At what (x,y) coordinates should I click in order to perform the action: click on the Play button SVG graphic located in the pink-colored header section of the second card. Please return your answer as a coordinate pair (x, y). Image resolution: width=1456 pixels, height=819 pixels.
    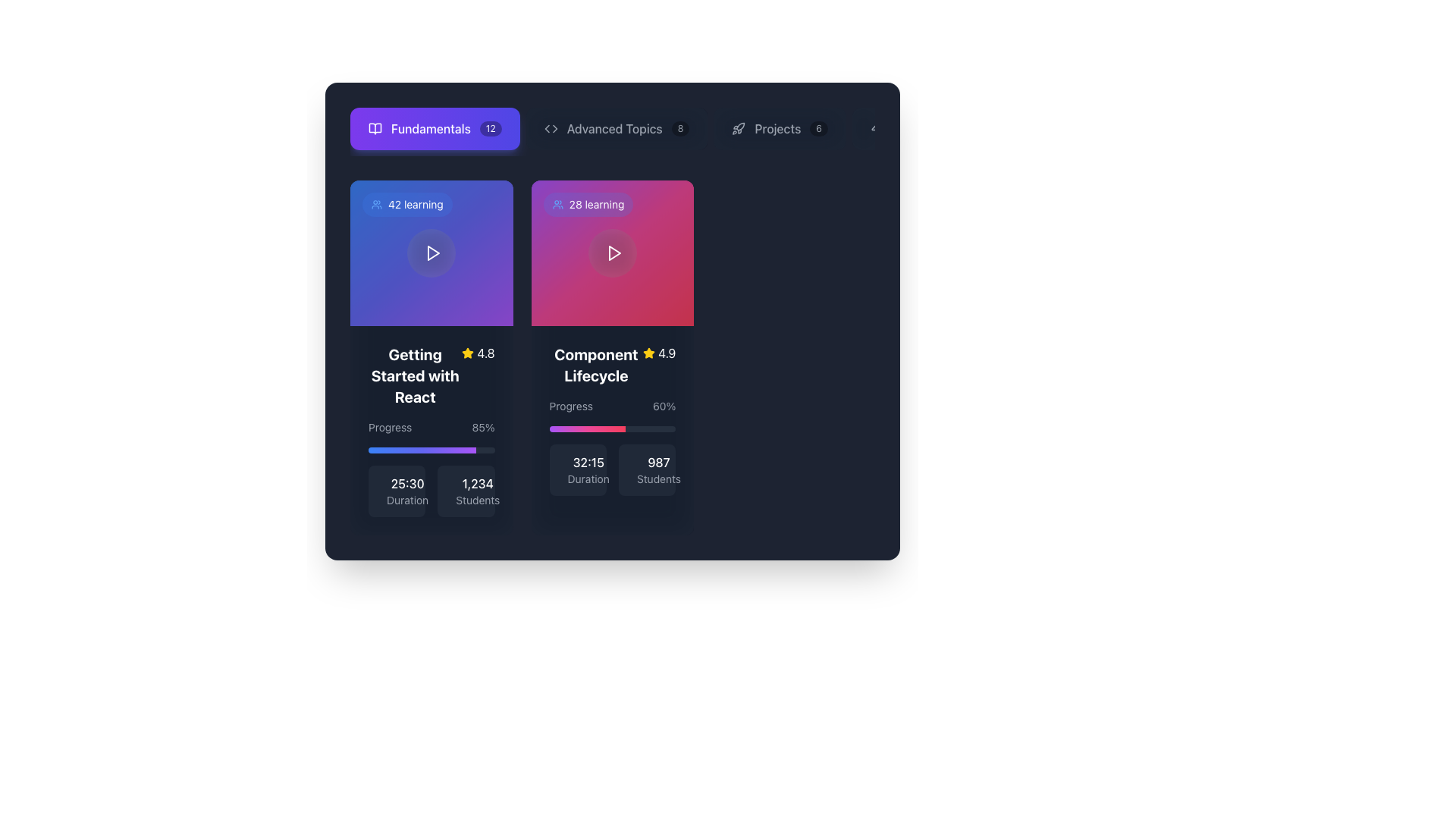
    Looking at the image, I should click on (615, 253).